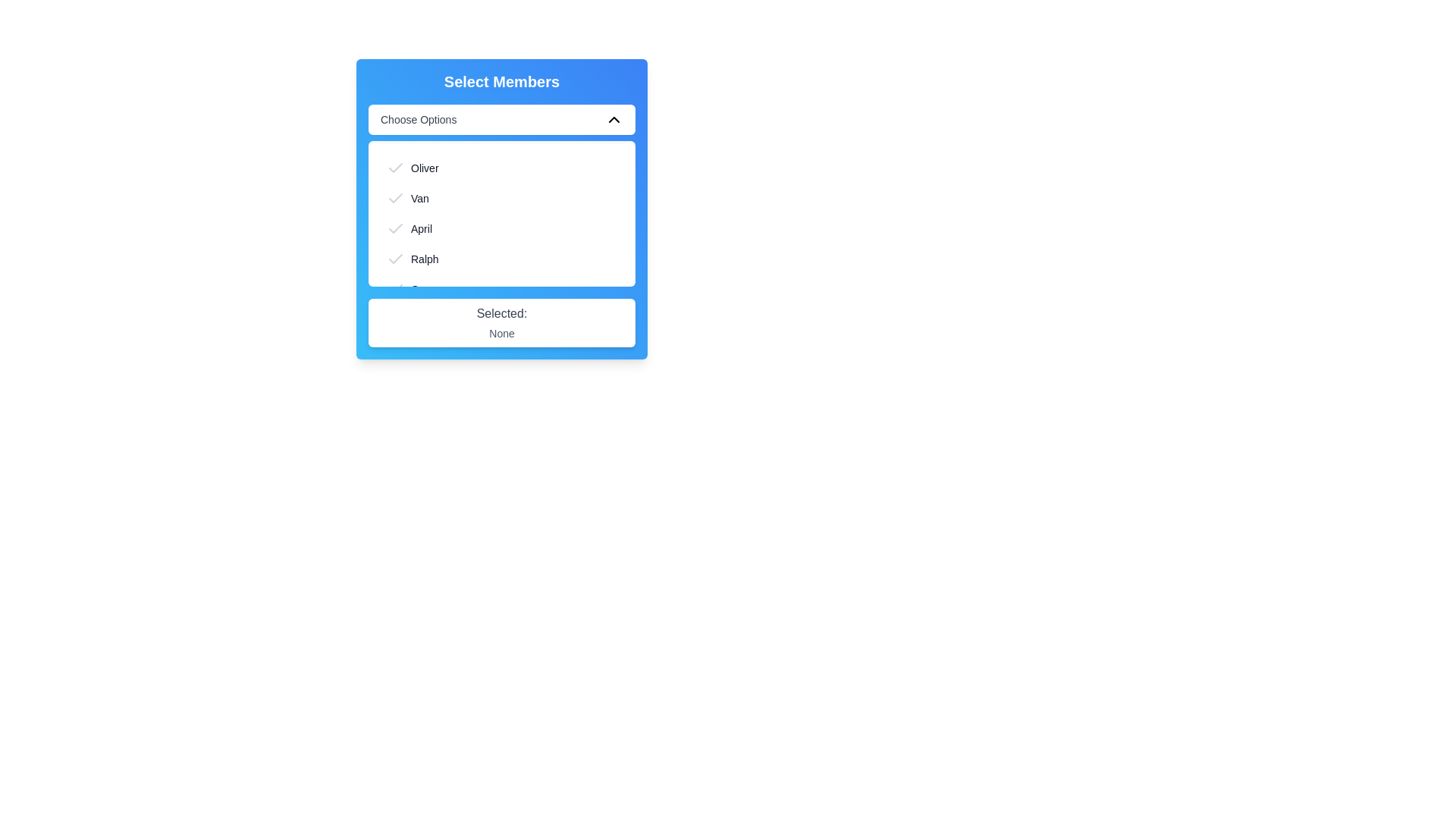  Describe the element at coordinates (502, 289) in the screenshot. I see `the interactive list item labeled 'Omar'` at that location.